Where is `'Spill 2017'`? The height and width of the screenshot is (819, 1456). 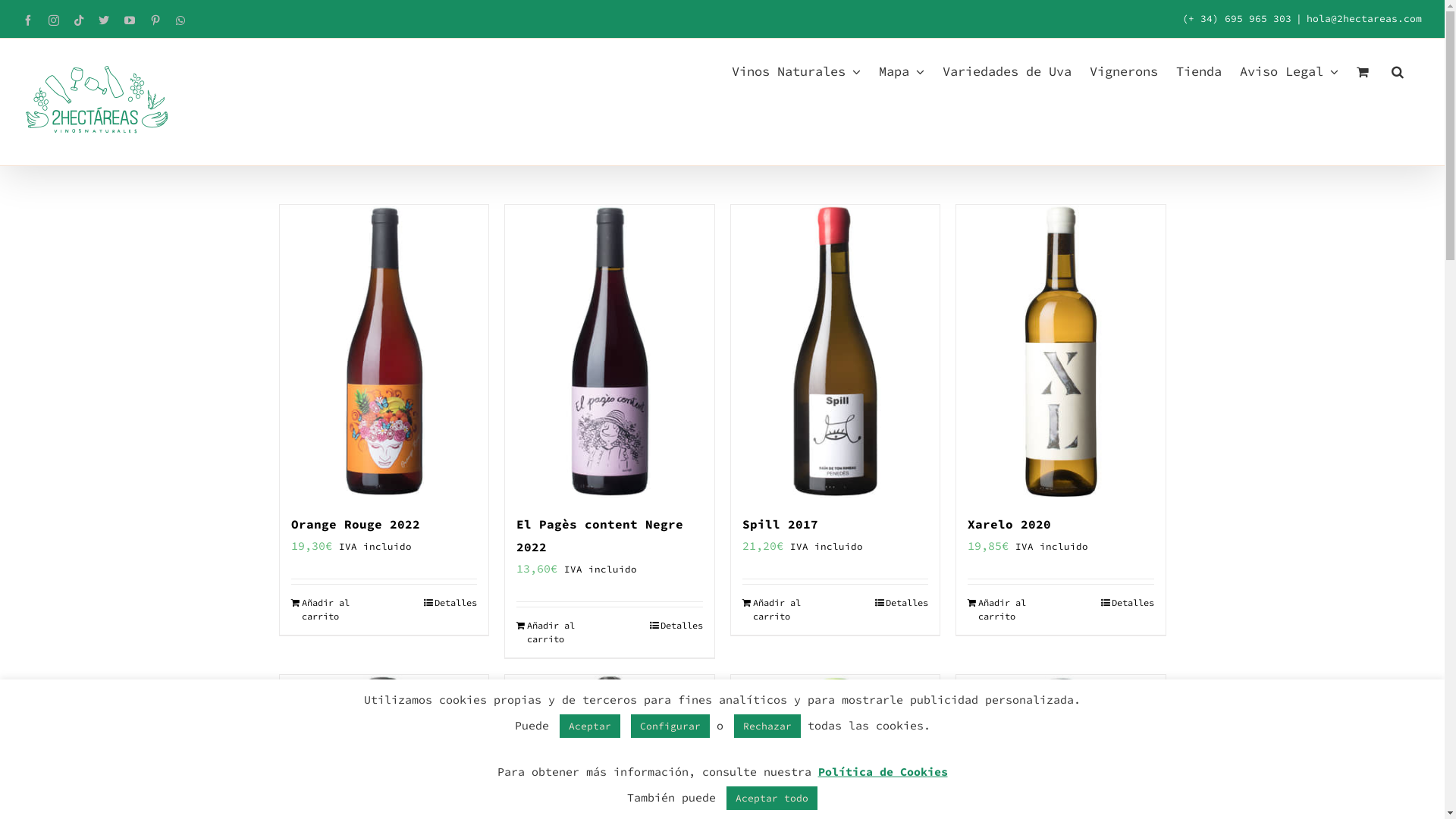
'Spill 2017' is located at coordinates (779, 522).